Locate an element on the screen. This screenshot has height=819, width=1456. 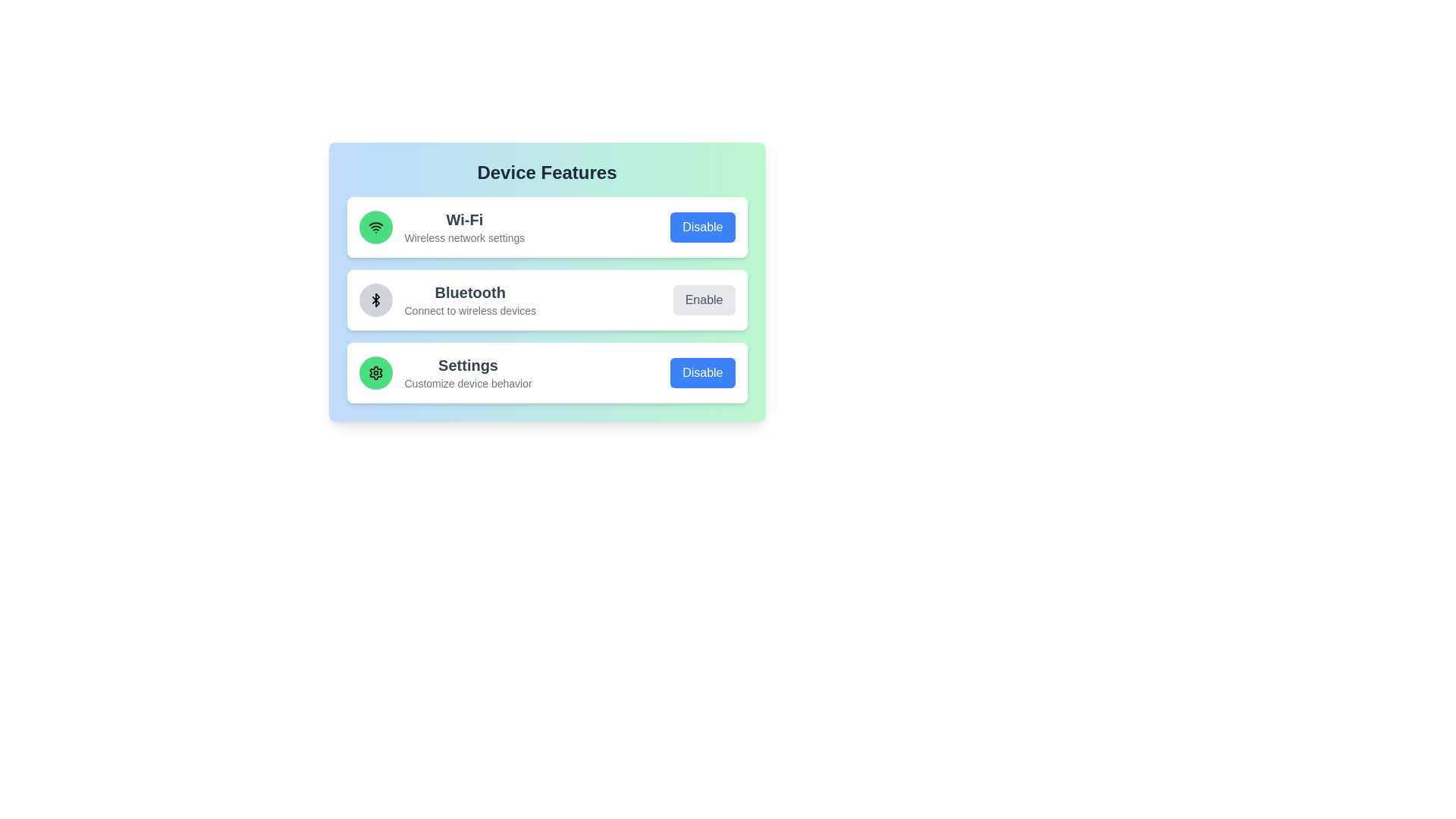
the icon representing the Bluetooth feature is located at coordinates (375, 300).